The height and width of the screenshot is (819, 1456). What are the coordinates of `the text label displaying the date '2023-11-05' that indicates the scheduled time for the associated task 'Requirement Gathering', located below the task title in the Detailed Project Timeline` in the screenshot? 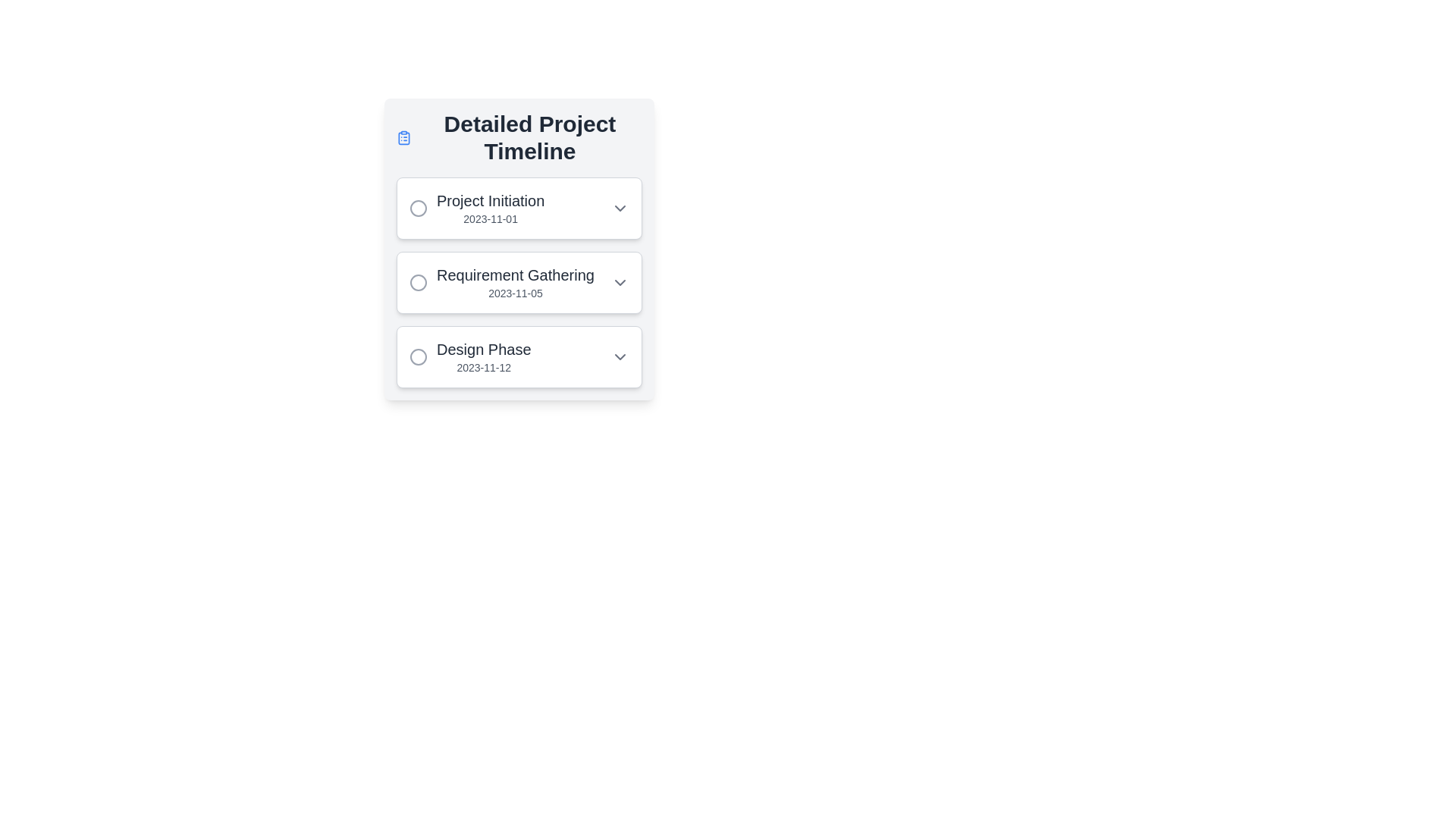 It's located at (515, 293).